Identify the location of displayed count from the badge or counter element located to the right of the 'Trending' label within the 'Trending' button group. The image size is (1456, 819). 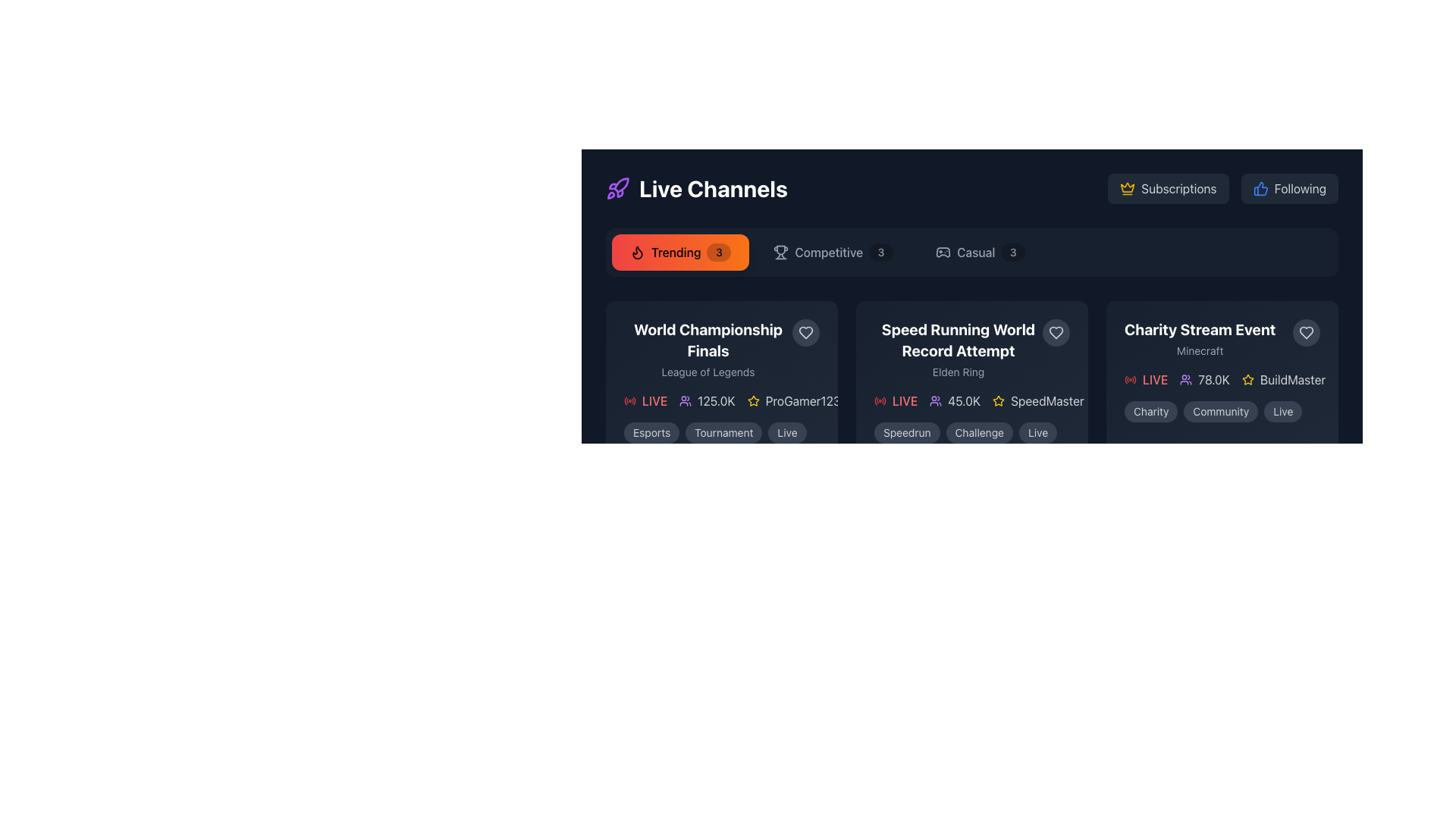
(718, 251).